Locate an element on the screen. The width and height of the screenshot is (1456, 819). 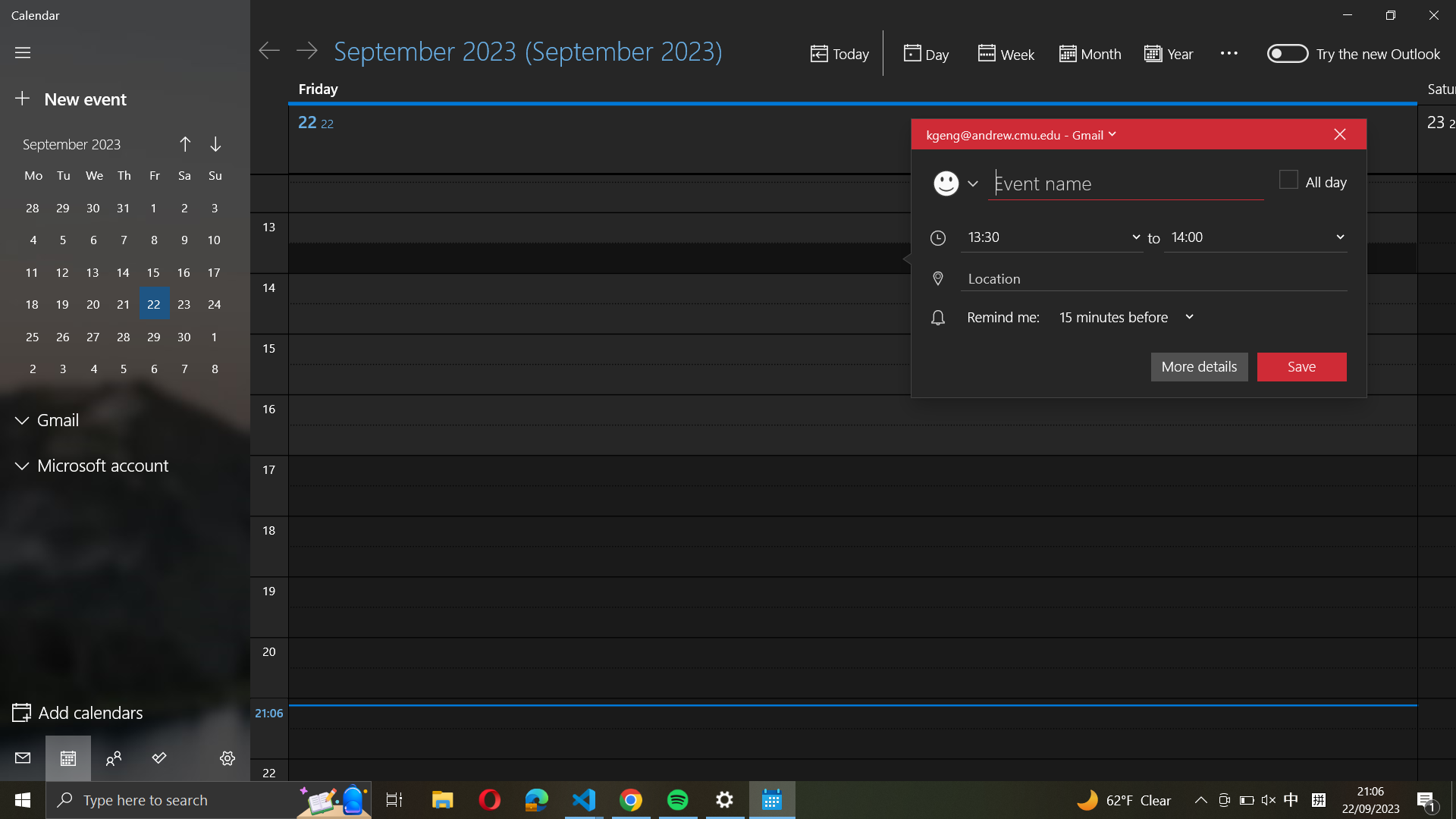
the year"s calendar is located at coordinates (1172, 52).